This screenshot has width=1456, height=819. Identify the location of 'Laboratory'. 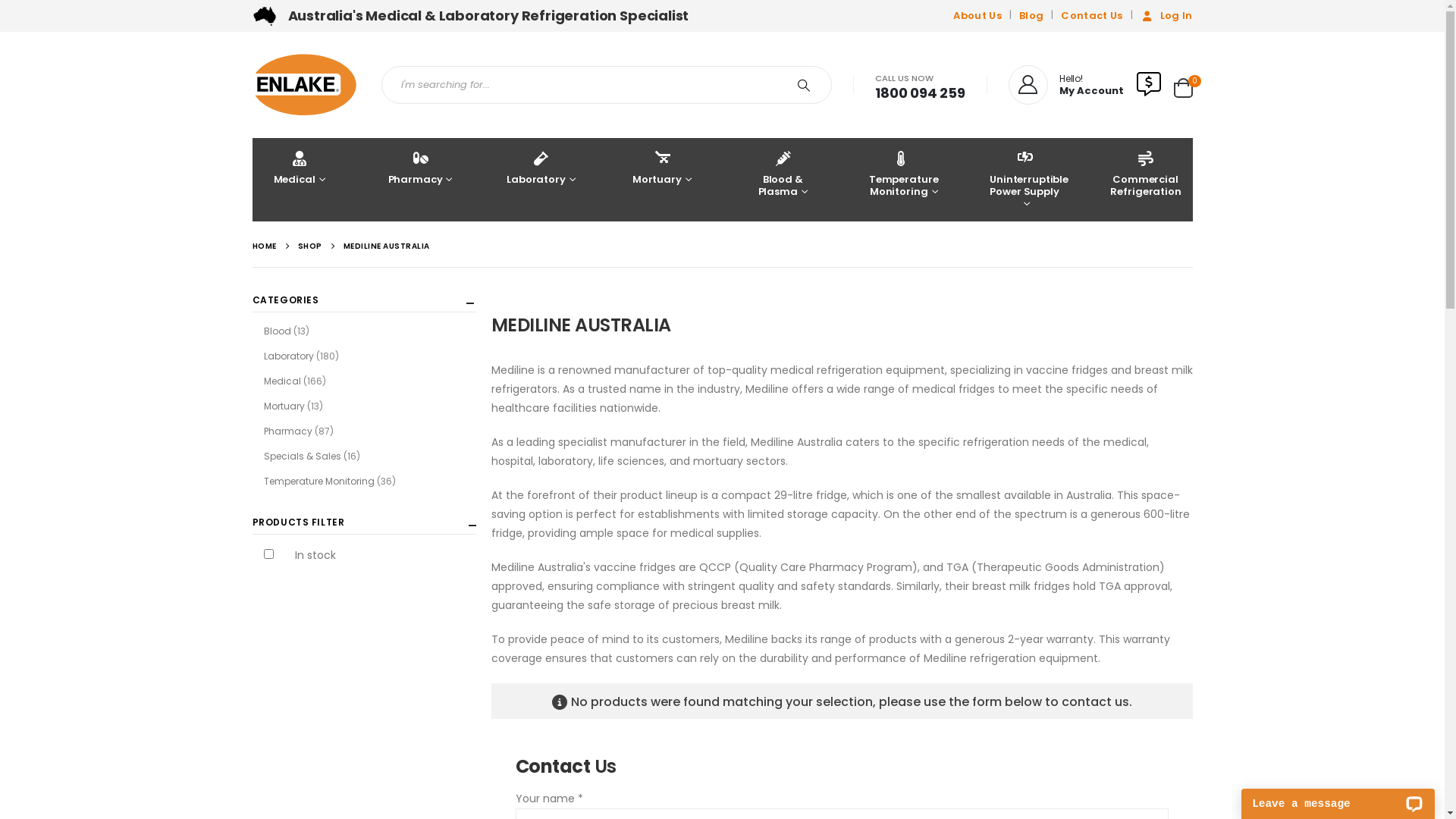
(541, 178).